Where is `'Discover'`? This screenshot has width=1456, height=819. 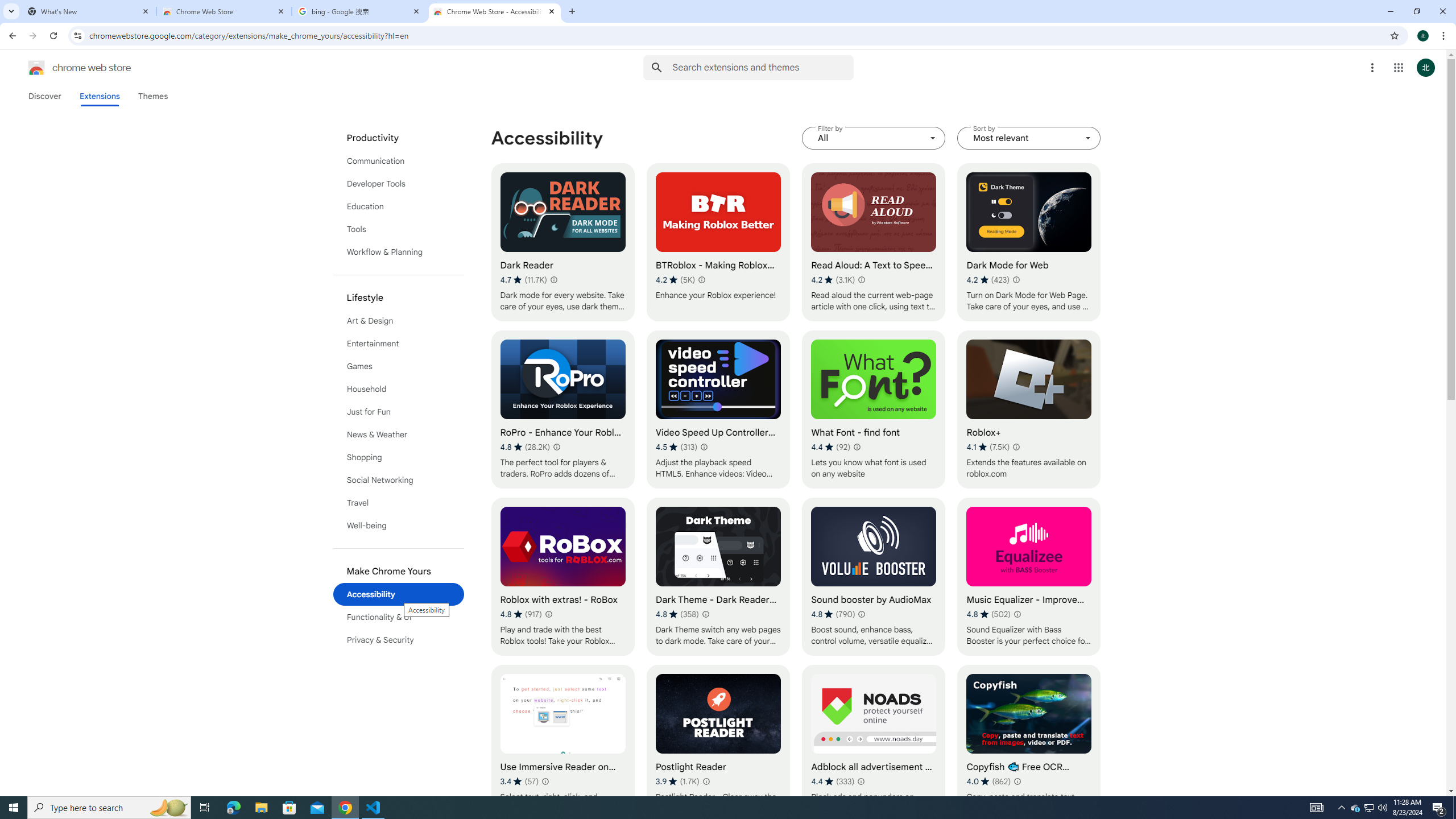 'Discover' is located at coordinates (44, 96).